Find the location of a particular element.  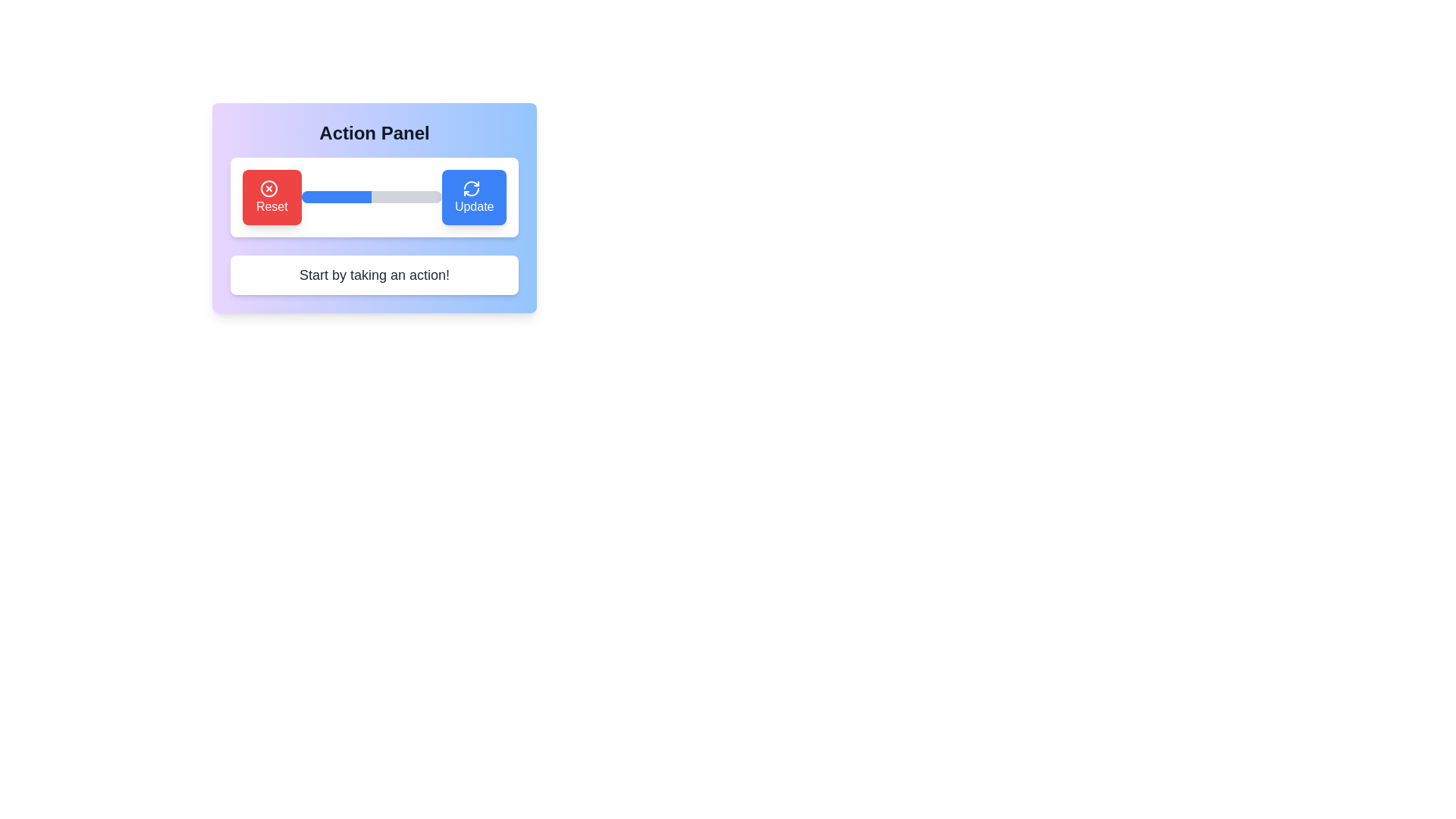

the reset icon located inside the red 'Reset' button on the left side of the horizontal button group in the Action Panel is located at coordinates (268, 187).